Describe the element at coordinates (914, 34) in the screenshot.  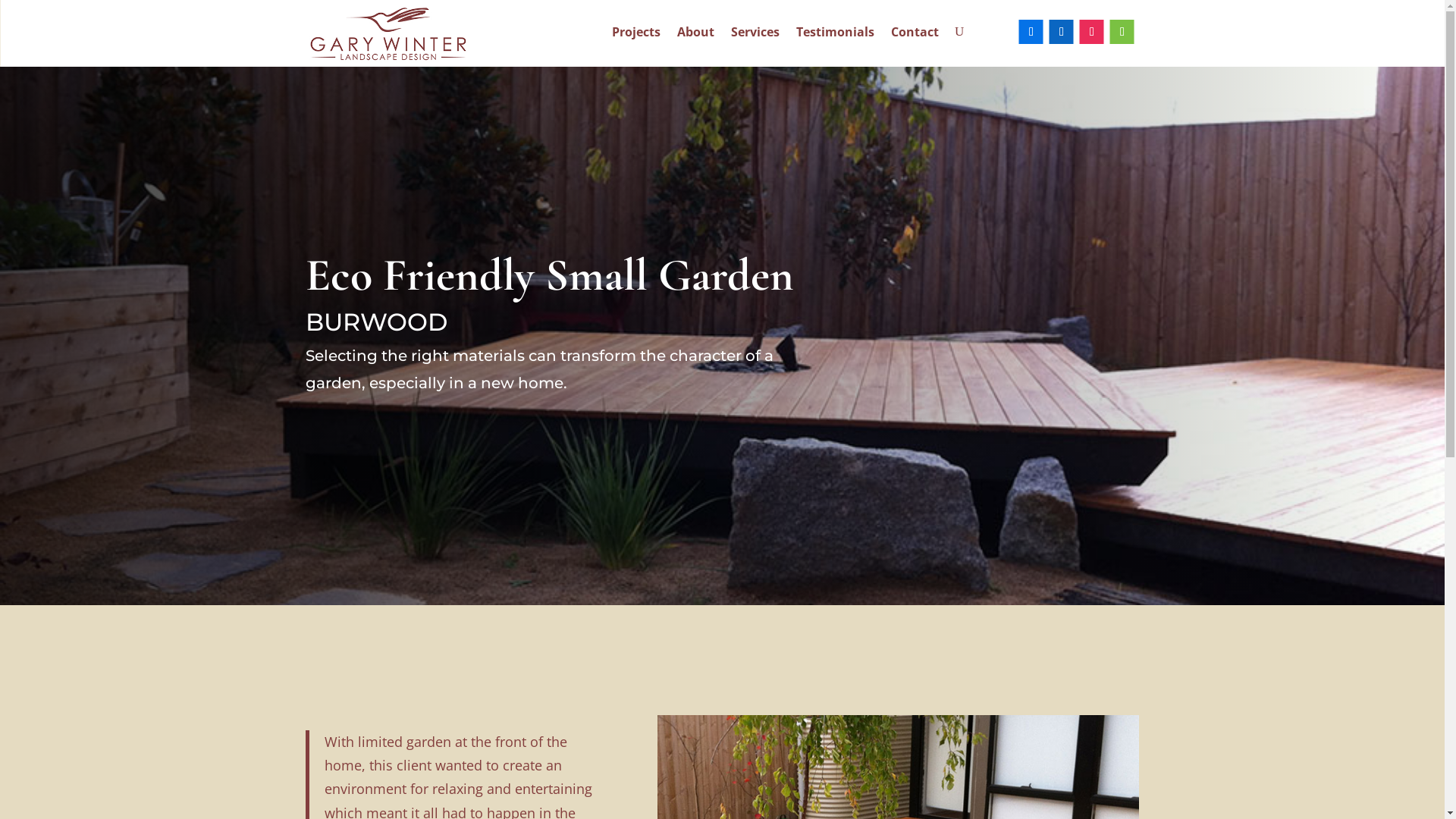
I see `'Contact'` at that location.